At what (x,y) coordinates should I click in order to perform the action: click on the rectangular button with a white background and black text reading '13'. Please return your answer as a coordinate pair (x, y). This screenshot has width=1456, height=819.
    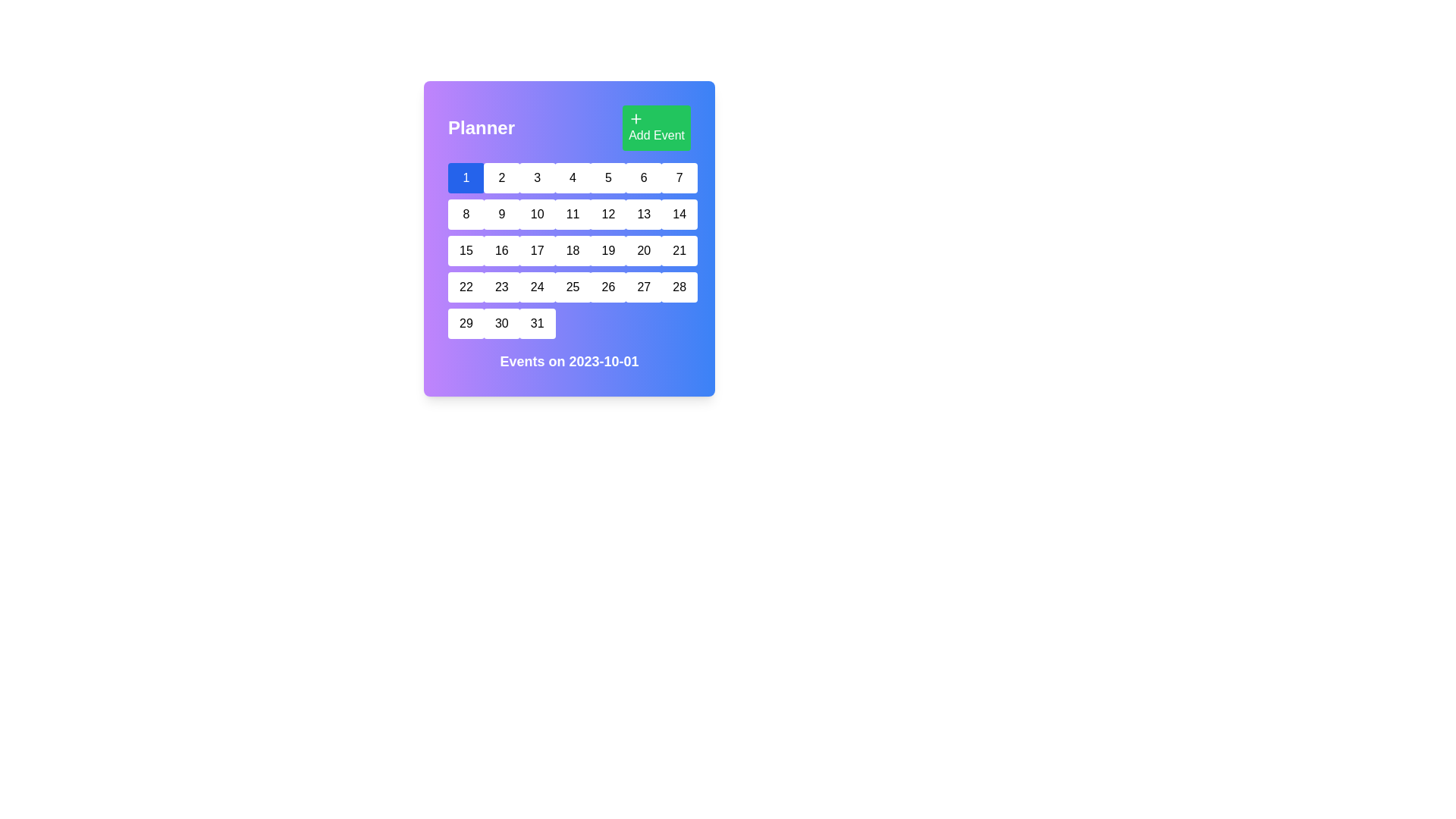
    Looking at the image, I should click on (644, 214).